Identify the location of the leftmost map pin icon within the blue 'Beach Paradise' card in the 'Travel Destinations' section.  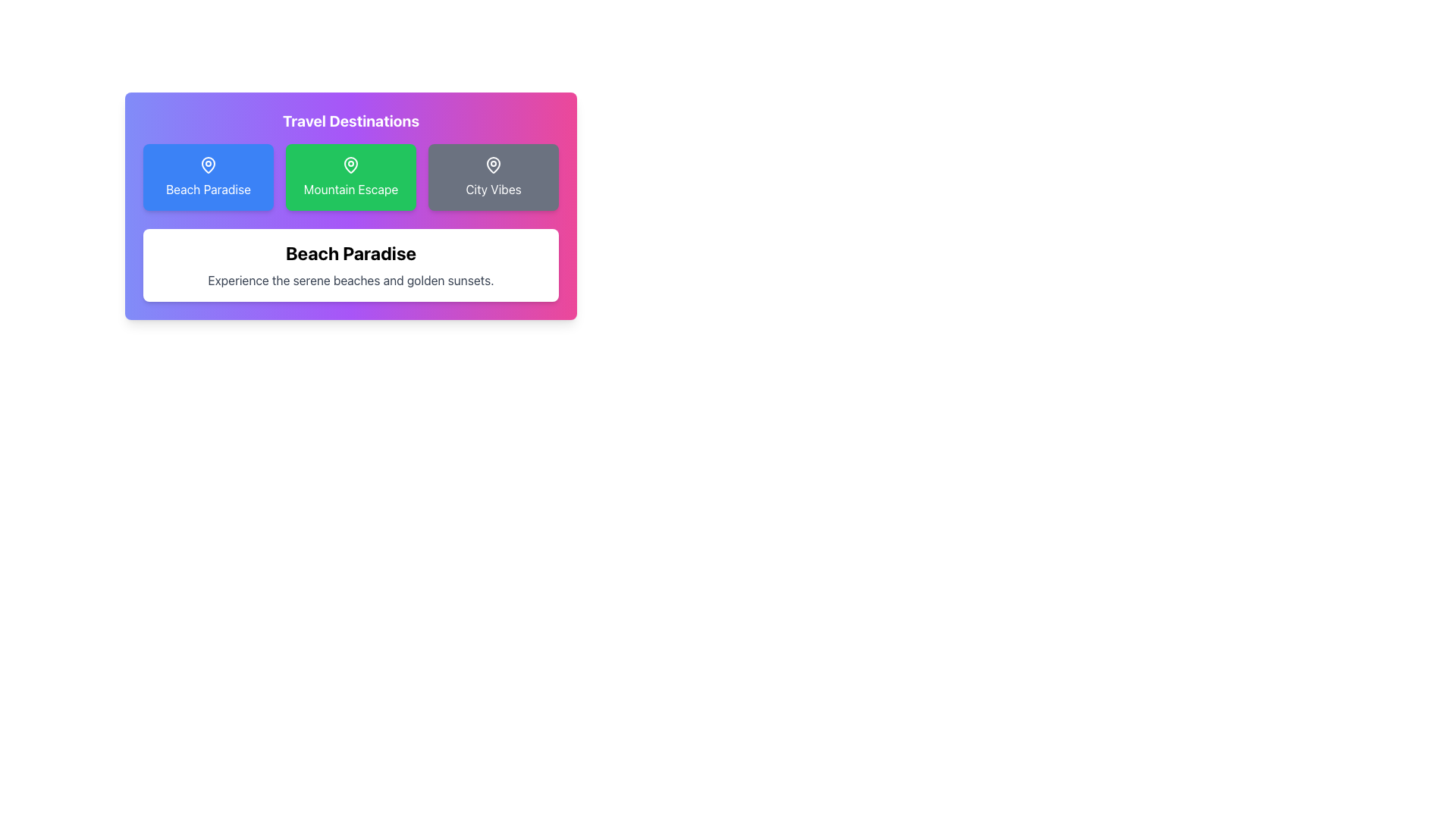
(207, 164).